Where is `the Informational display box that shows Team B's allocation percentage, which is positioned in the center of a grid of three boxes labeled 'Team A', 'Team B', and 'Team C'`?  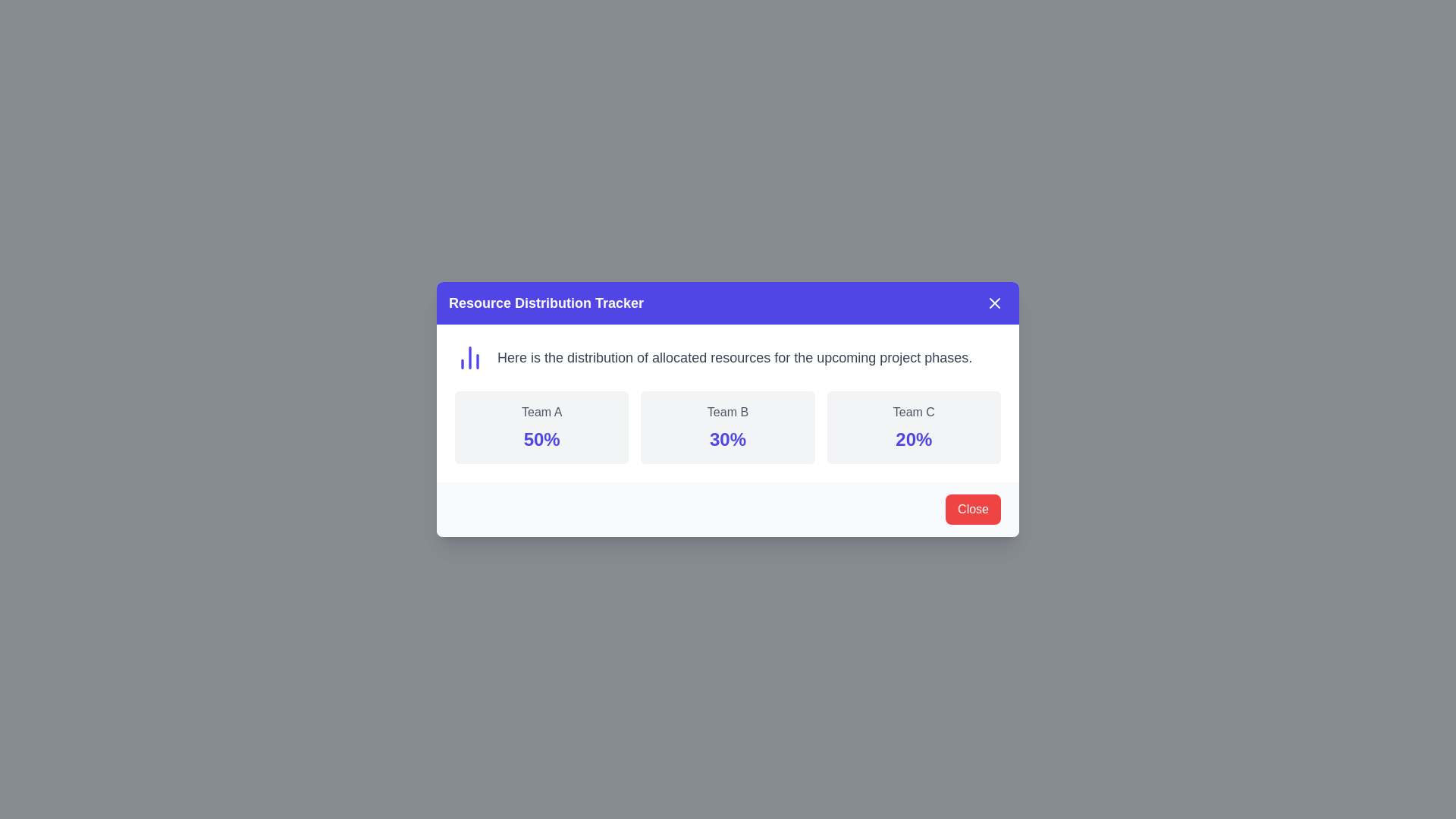
the Informational display box that shows Team B's allocation percentage, which is positioned in the center of a grid of three boxes labeled 'Team A', 'Team B', and 'Team C' is located at coordinates (728, 427).